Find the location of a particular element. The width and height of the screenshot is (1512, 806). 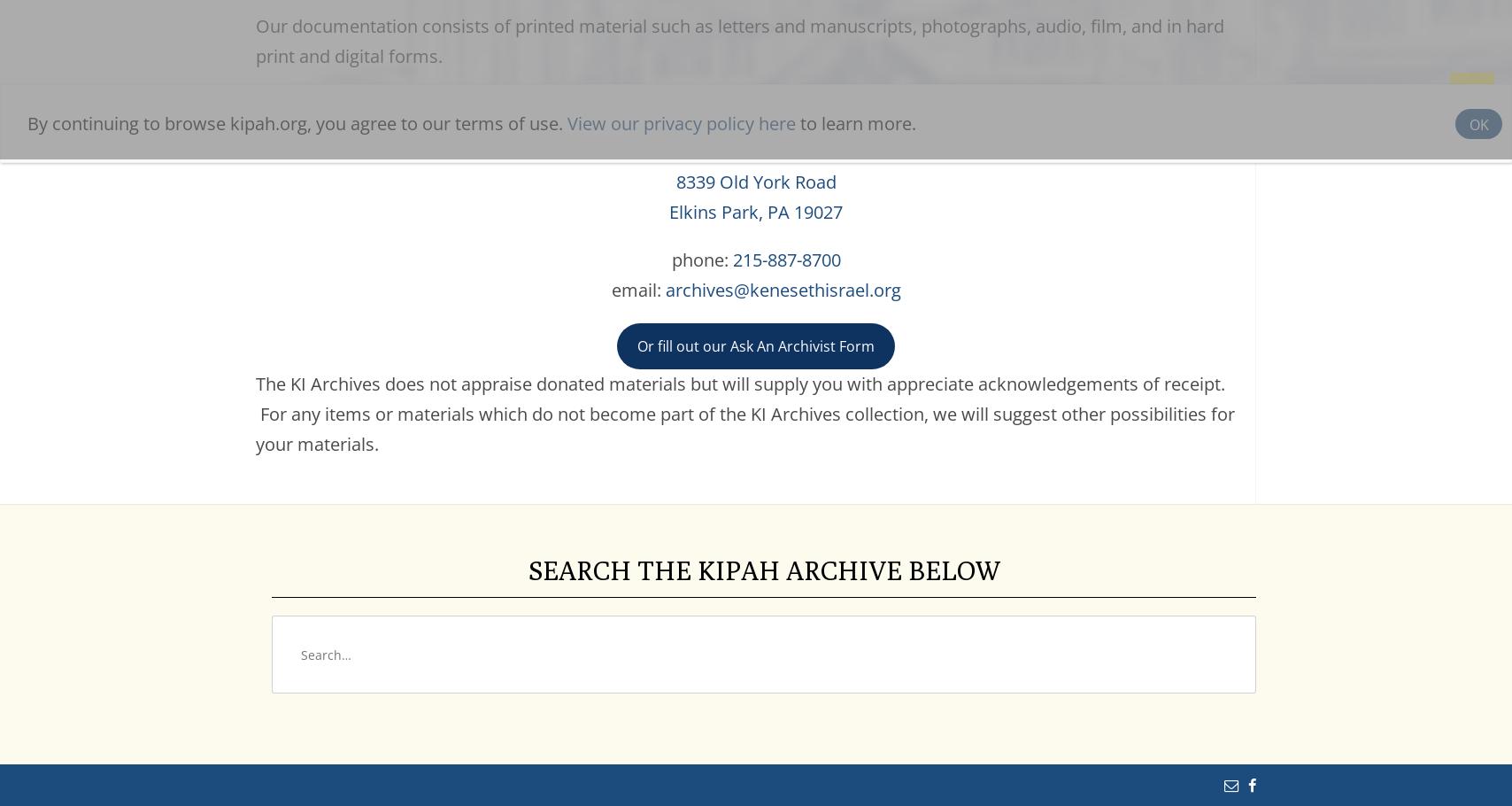

'email:' is located at coordinates (637, 289).